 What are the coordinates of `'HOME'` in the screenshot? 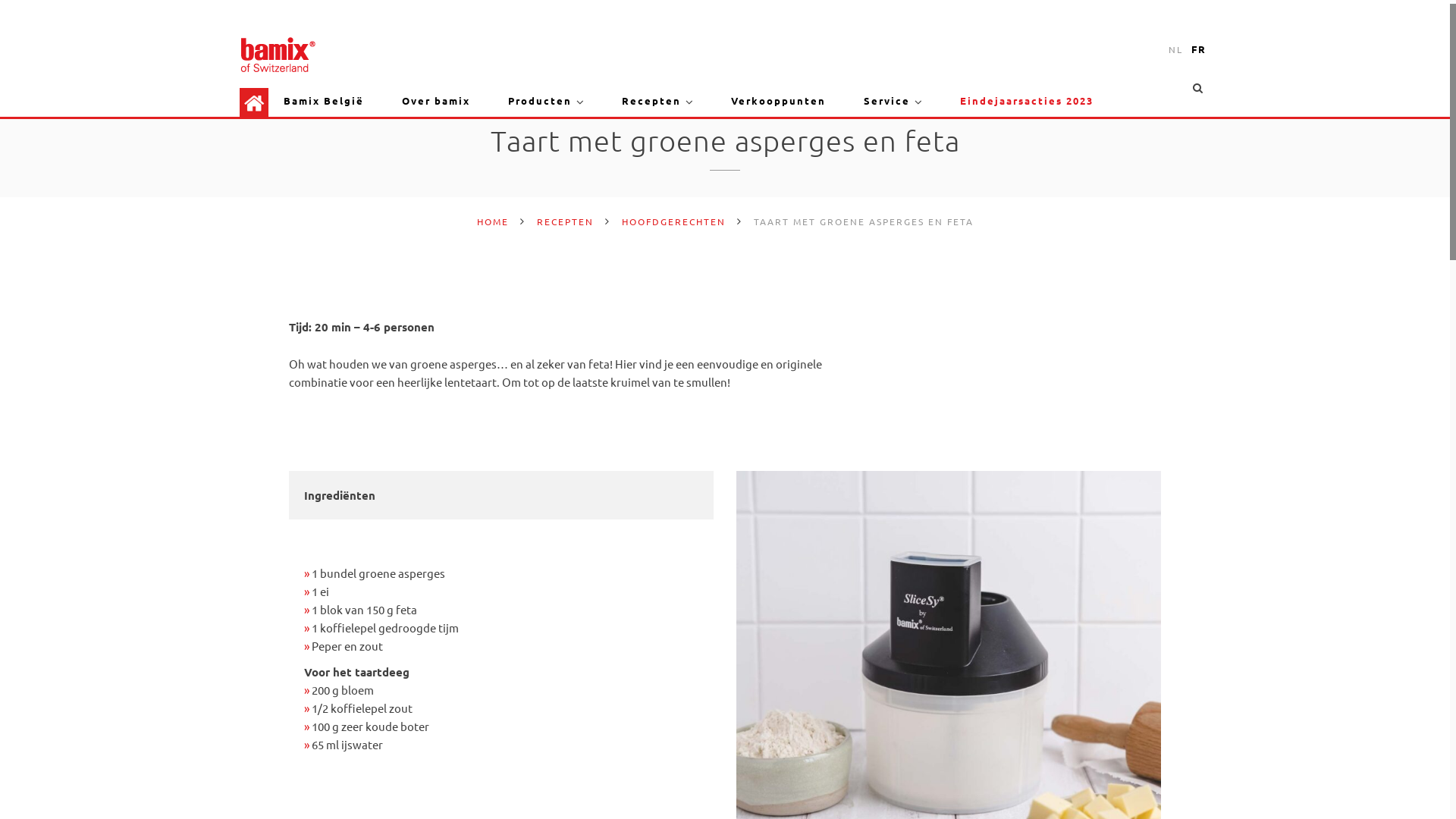 It's located at (491, 221).